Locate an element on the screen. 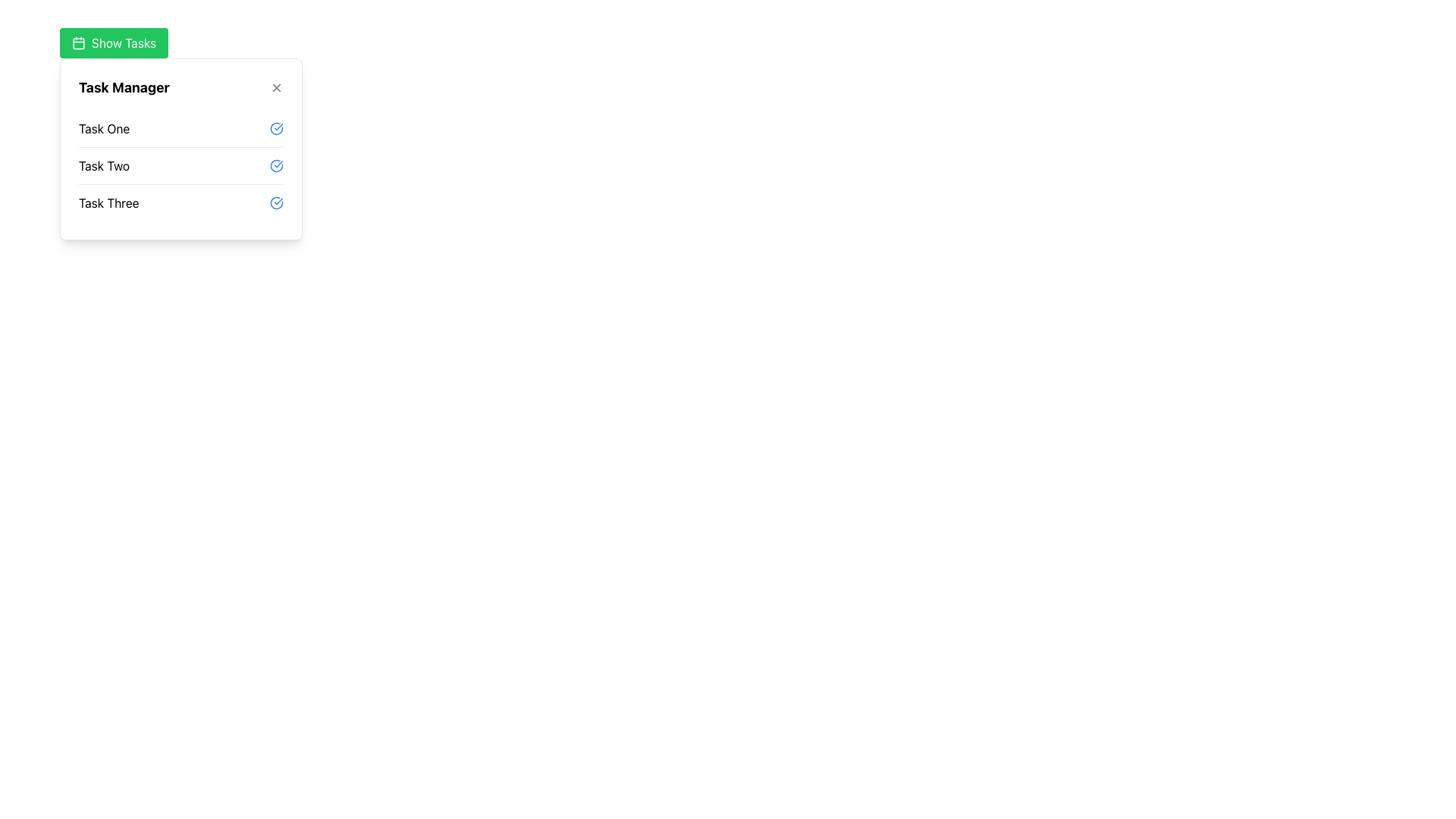  the circular icon with a blue check mark inside, which is located adjacent to the text 'Task Three' in the task list is located at coordinates (276, 202).